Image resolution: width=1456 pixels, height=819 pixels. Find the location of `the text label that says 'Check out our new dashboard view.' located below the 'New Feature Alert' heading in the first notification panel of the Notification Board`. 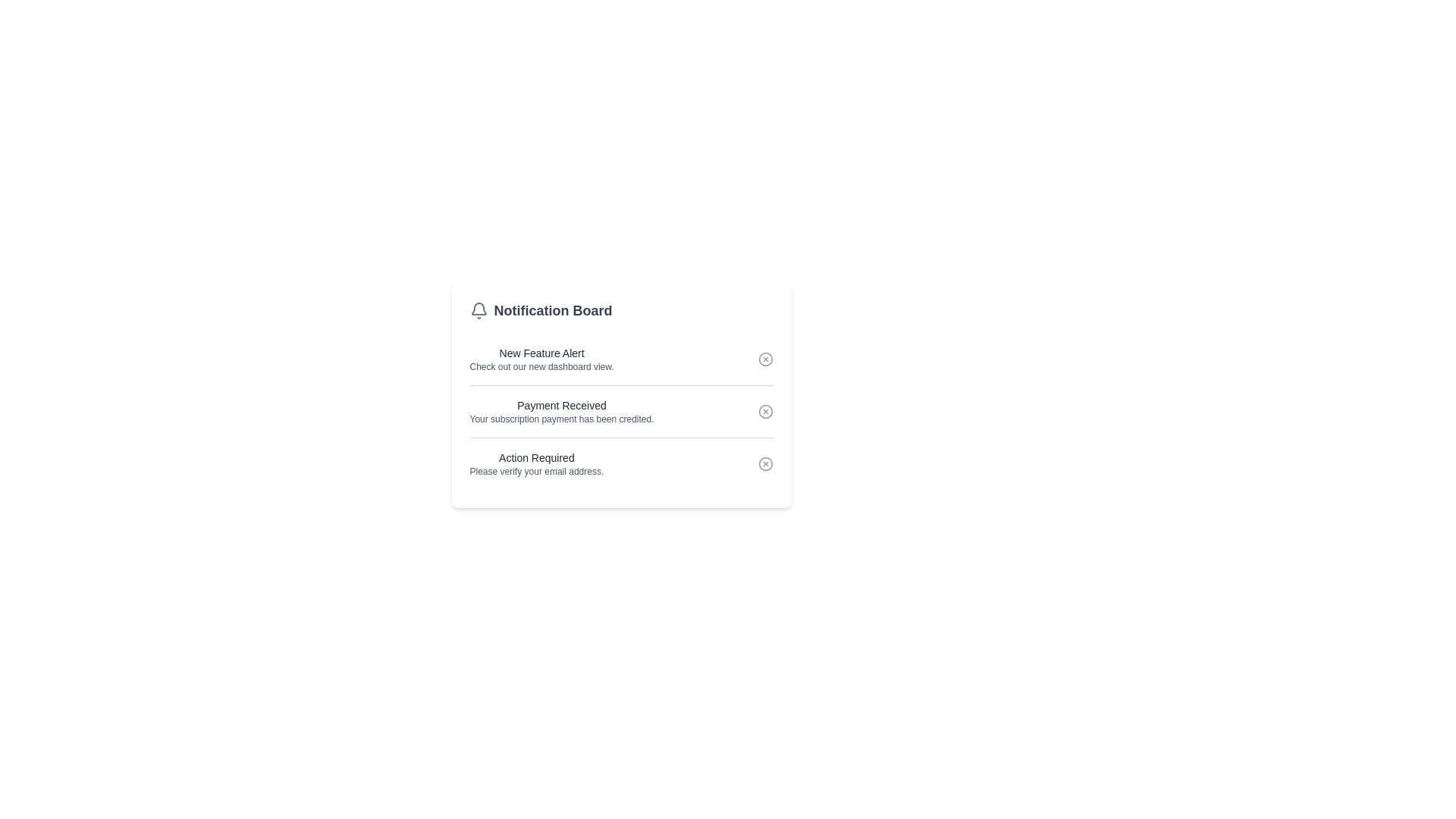

the text label that says 'Check out our new dashboard view.' located below the 'New Feature Alert' heading in the first notification panel of the Notification Board is located at coordinates (541, 366).